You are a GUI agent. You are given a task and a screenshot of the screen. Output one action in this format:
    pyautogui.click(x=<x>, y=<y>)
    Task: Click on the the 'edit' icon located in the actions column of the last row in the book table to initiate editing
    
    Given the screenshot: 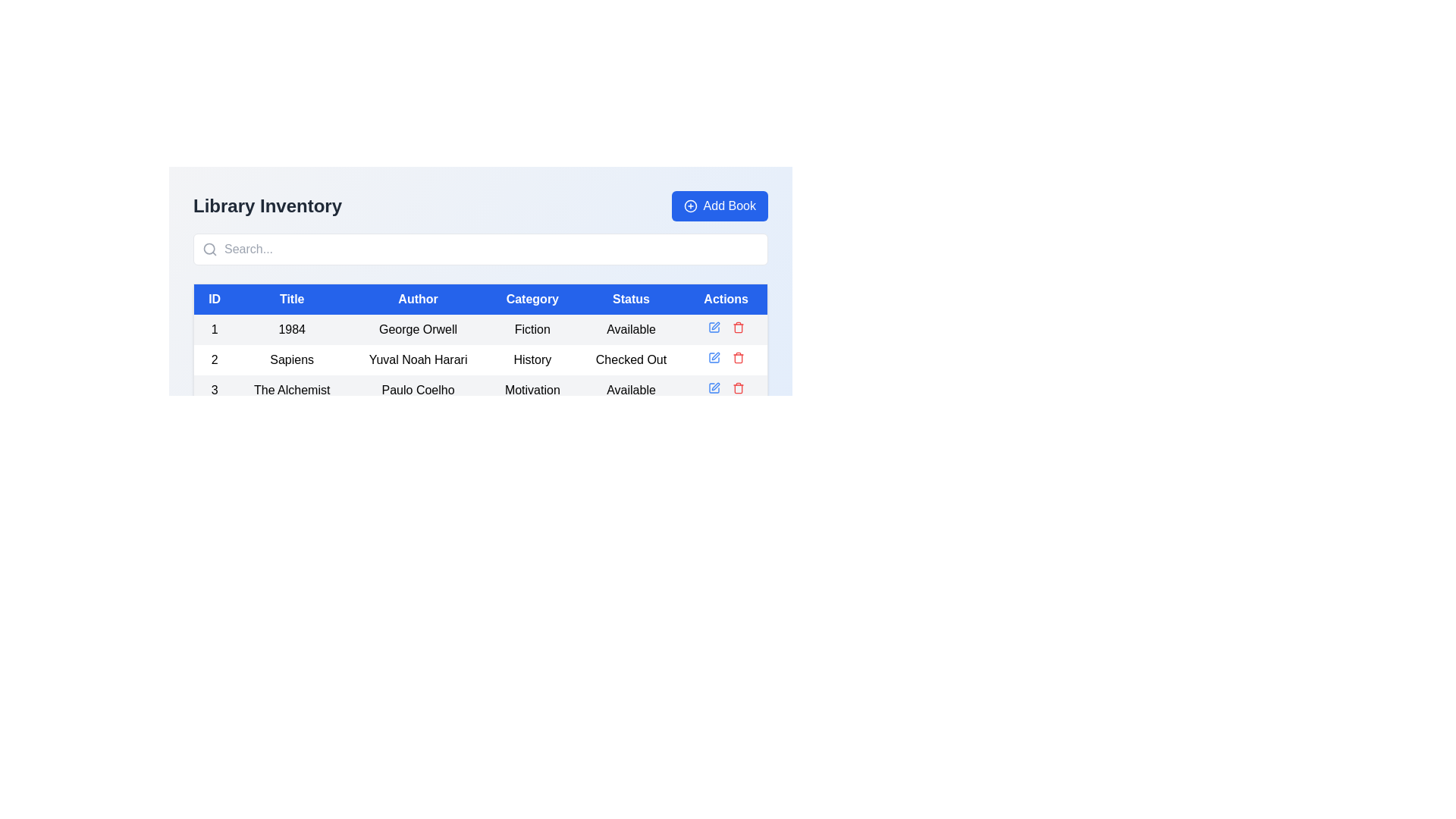 What is the action you would take?
    pyautogui.click(x=713, y=388)
    